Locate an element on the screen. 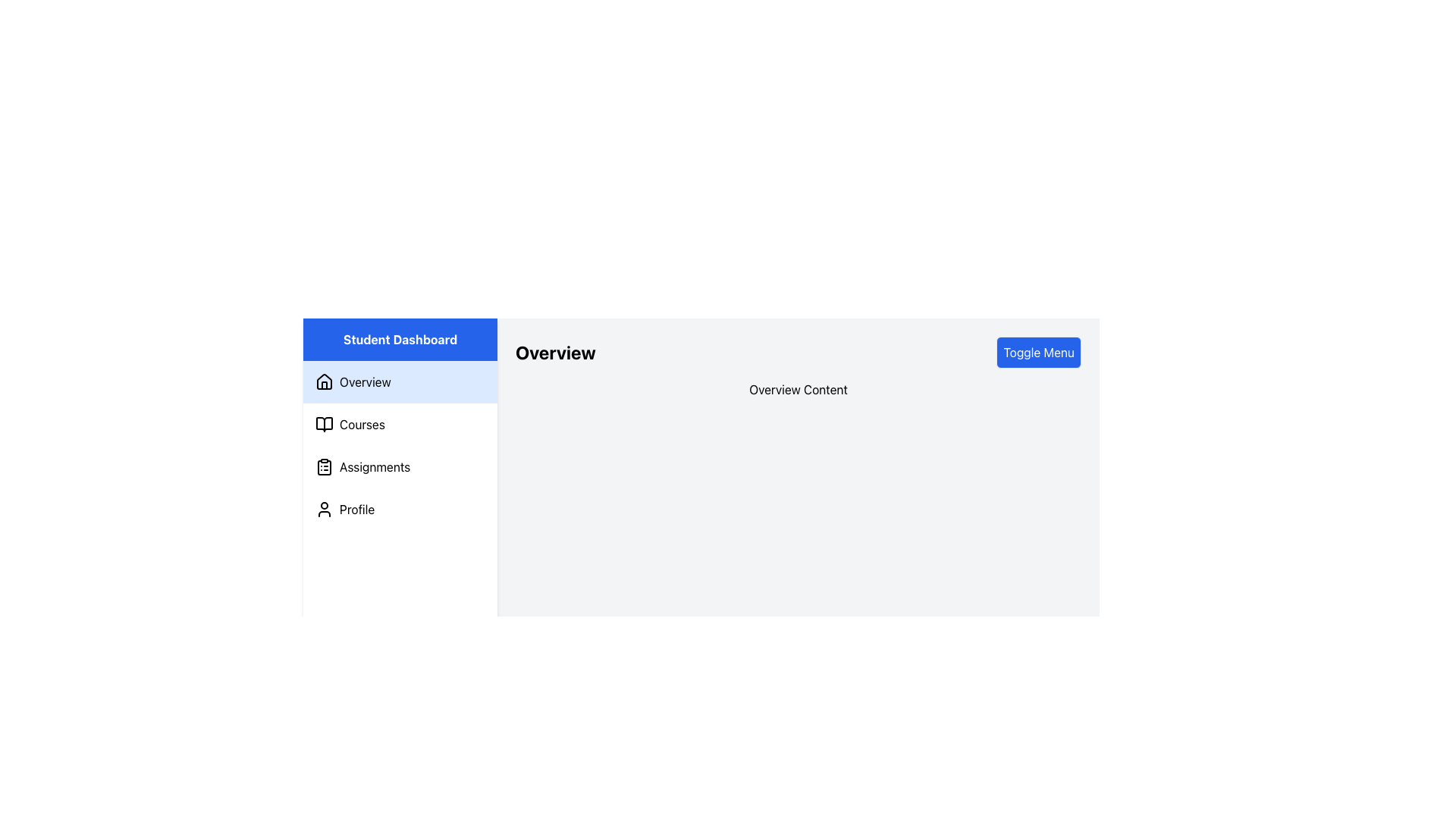 The image size is (1456, 819). the third menu item in the sidebar navigation is located at coordinates (400, 466).